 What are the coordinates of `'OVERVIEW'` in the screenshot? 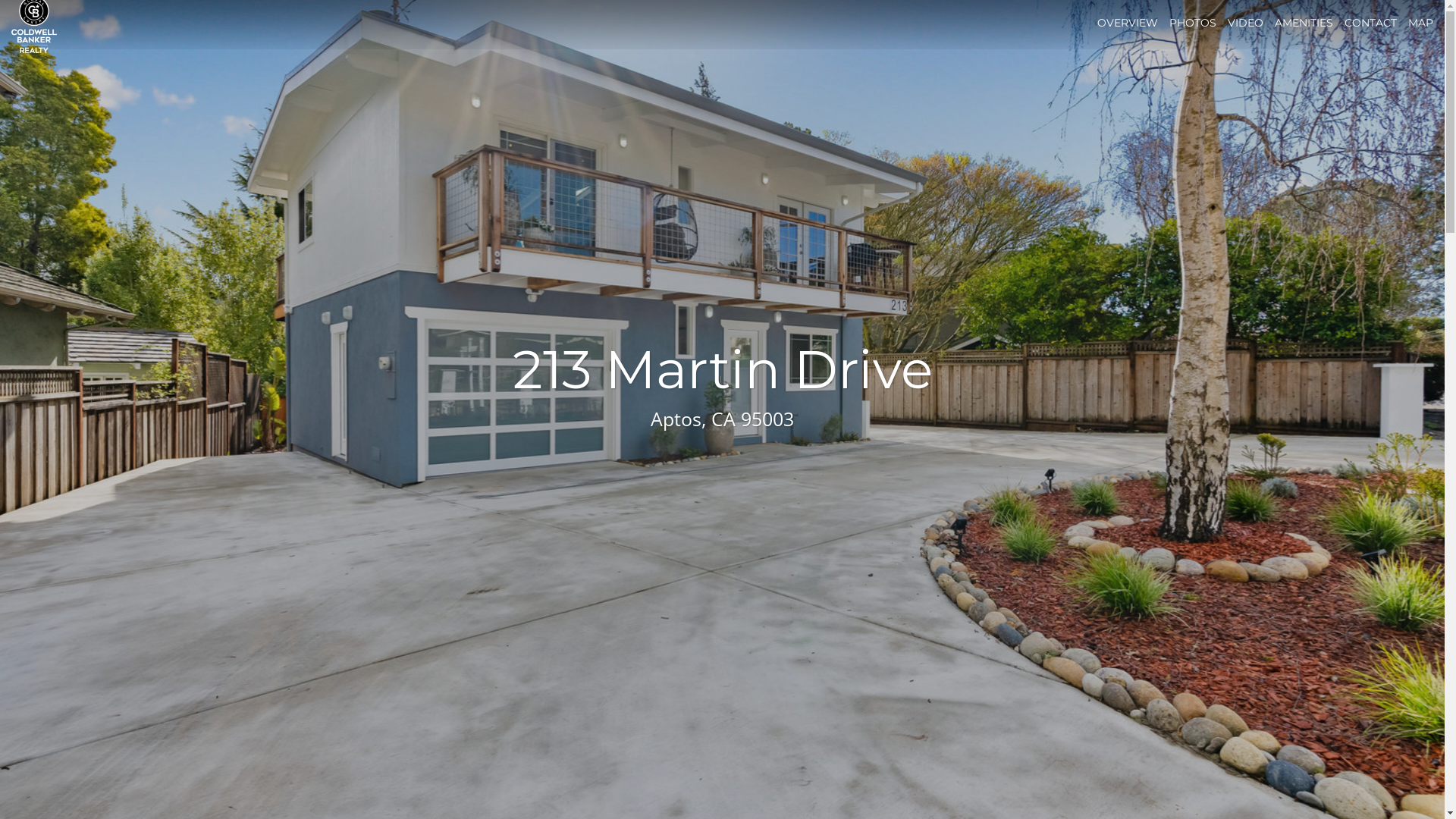 It's located at (1097, 23).